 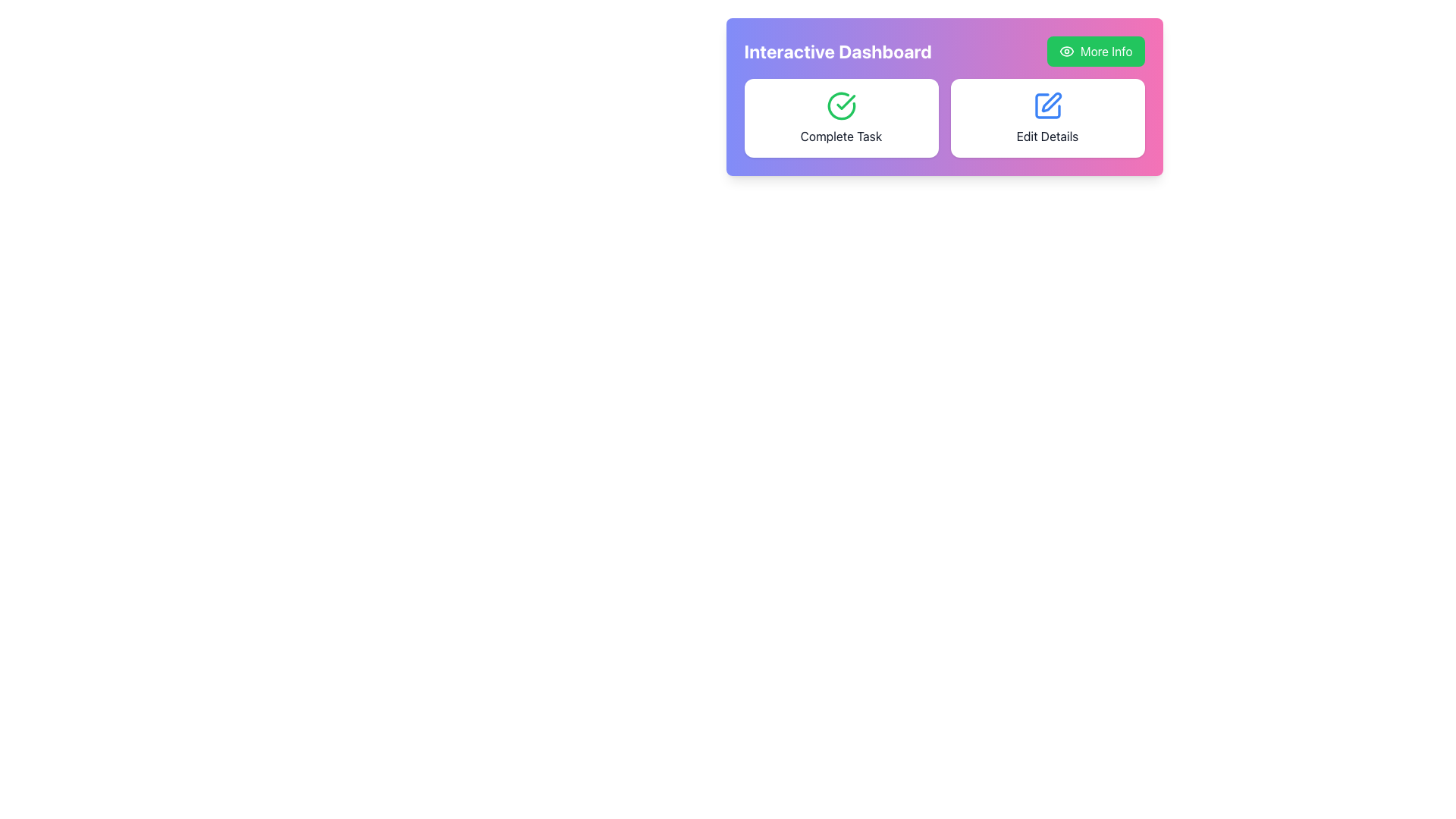 What do you see at coordinates (1050, 102) in the screenshot?
I see `the pen icon representing the edit functionality located in the second column beneath the 'Edit Details' text` at bounding box center [1050, 102].